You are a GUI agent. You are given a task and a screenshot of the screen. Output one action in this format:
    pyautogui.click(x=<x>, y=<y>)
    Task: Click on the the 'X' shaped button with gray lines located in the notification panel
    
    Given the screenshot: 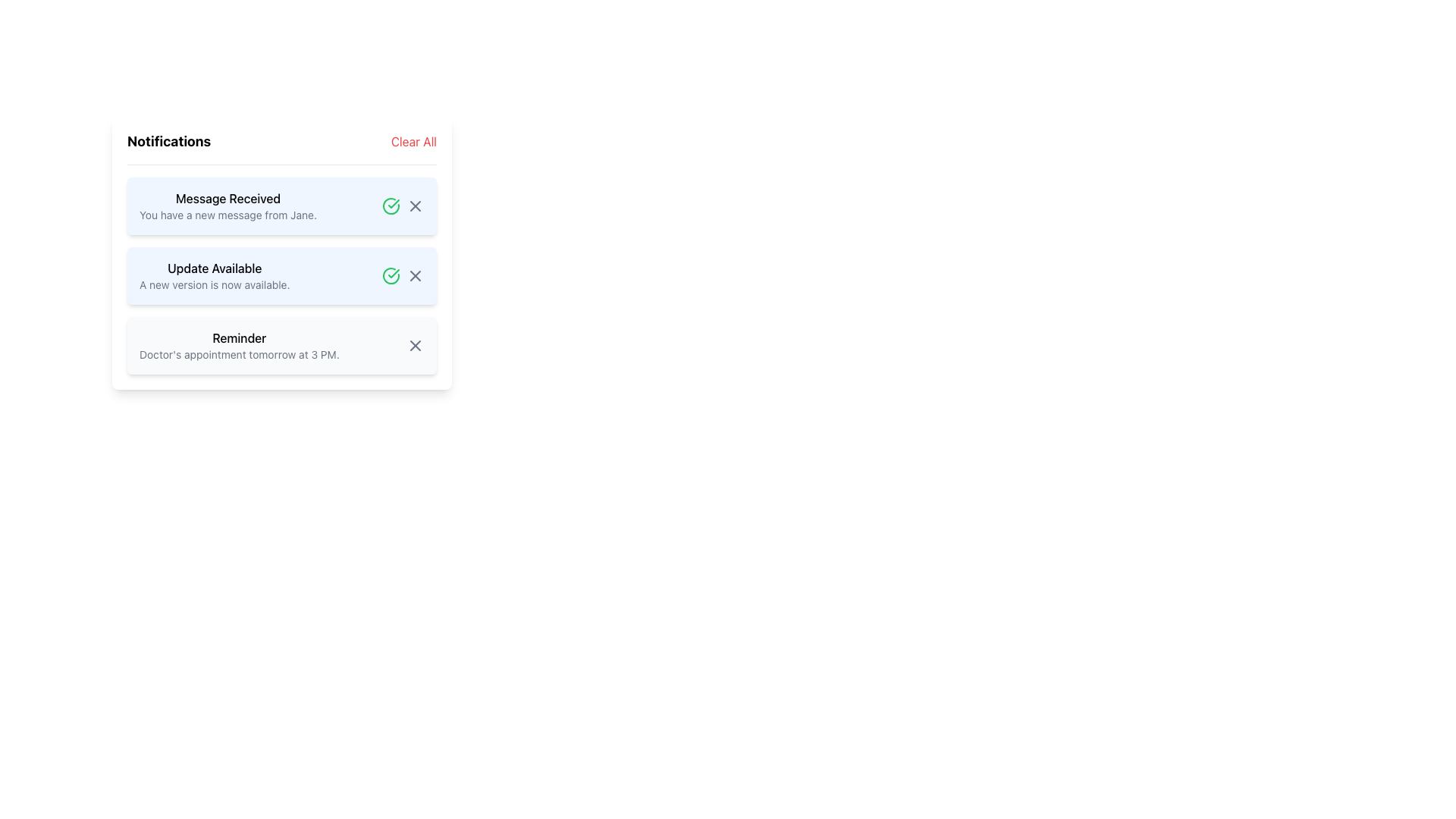 What is the action you would take?
    pyautogui.click(x=415, y=345)
    